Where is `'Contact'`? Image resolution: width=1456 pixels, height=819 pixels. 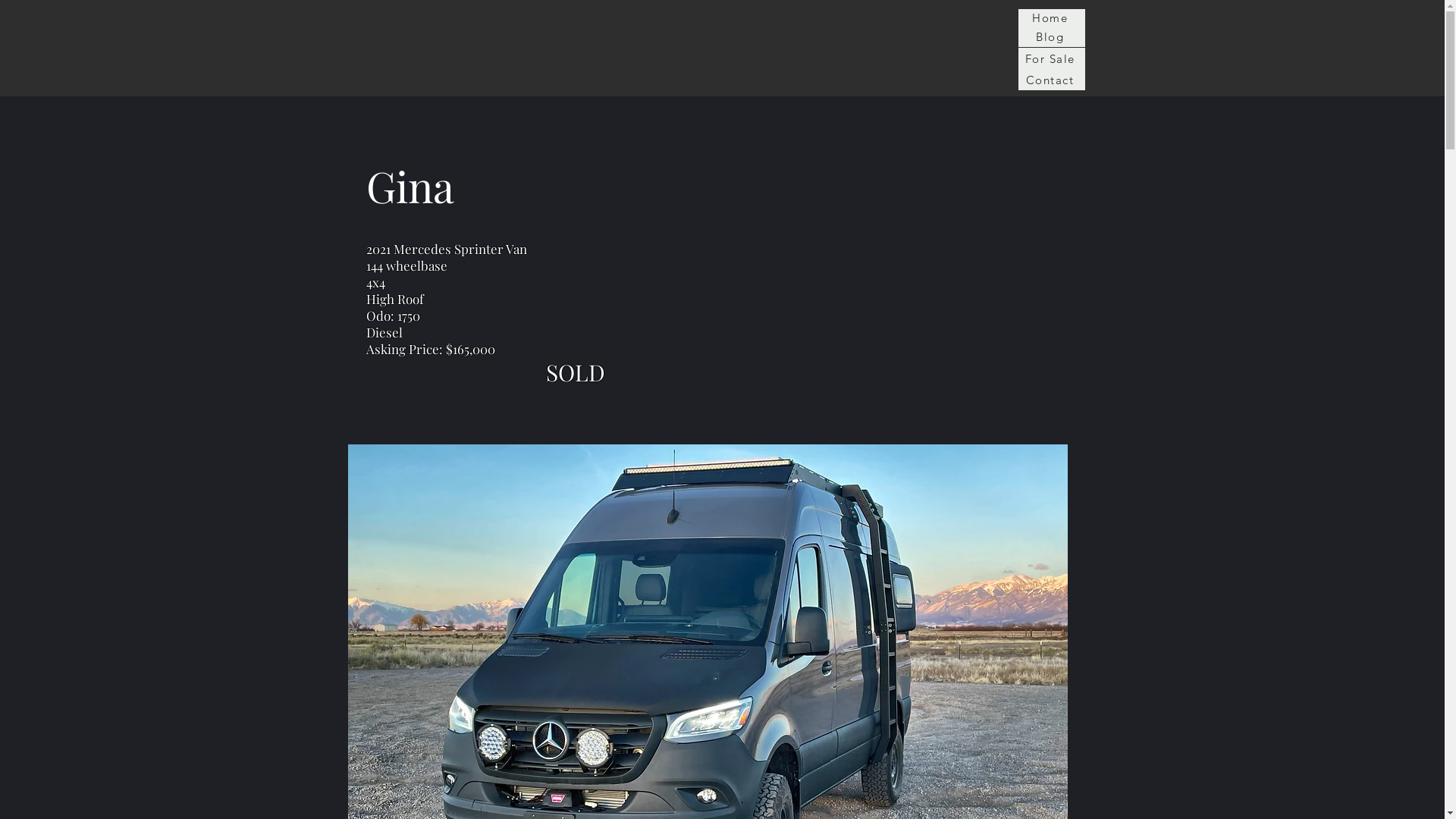
'Contact' is located at coordinates (1050, 79).